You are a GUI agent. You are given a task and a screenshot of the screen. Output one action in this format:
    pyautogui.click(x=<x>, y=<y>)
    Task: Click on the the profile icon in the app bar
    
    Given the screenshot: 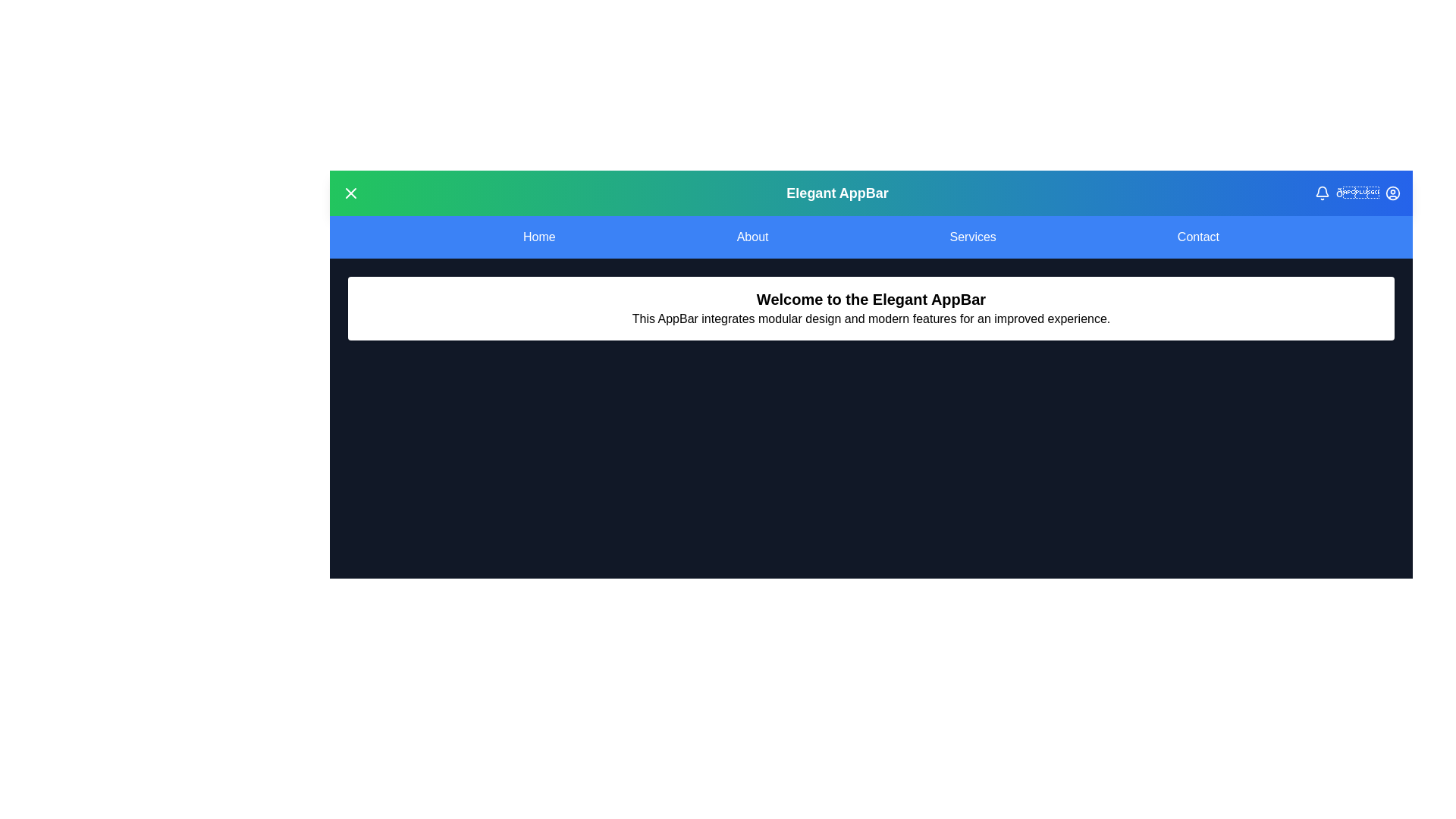 What is the action you would take?
    pyautogui.click(x=1392, y=192)
    